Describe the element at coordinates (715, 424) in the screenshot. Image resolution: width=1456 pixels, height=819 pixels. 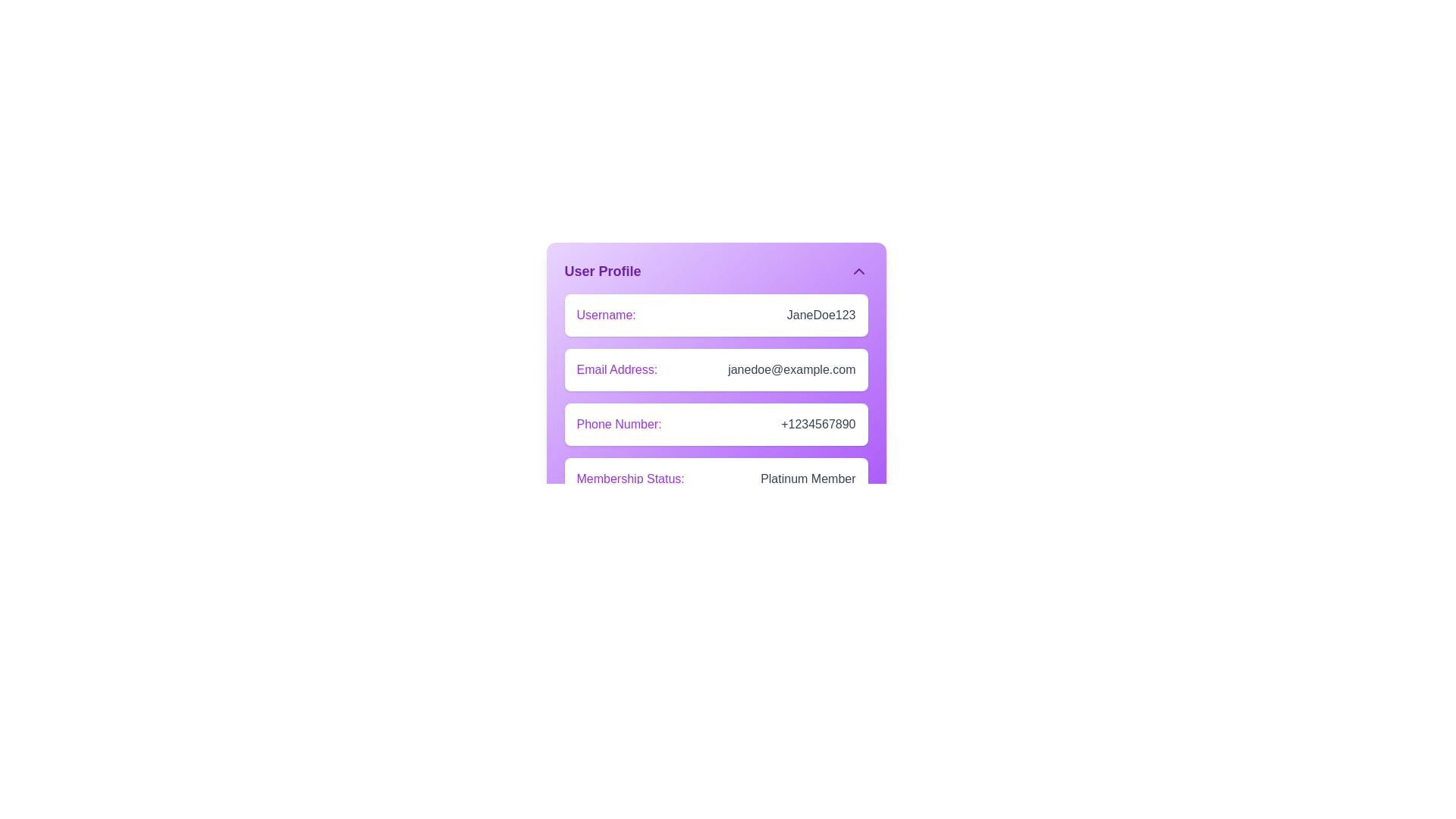
I see `the Information display field that shows the user's phone number, located between the 'Email Address:' and 'Membership Status:' sections` at that location.